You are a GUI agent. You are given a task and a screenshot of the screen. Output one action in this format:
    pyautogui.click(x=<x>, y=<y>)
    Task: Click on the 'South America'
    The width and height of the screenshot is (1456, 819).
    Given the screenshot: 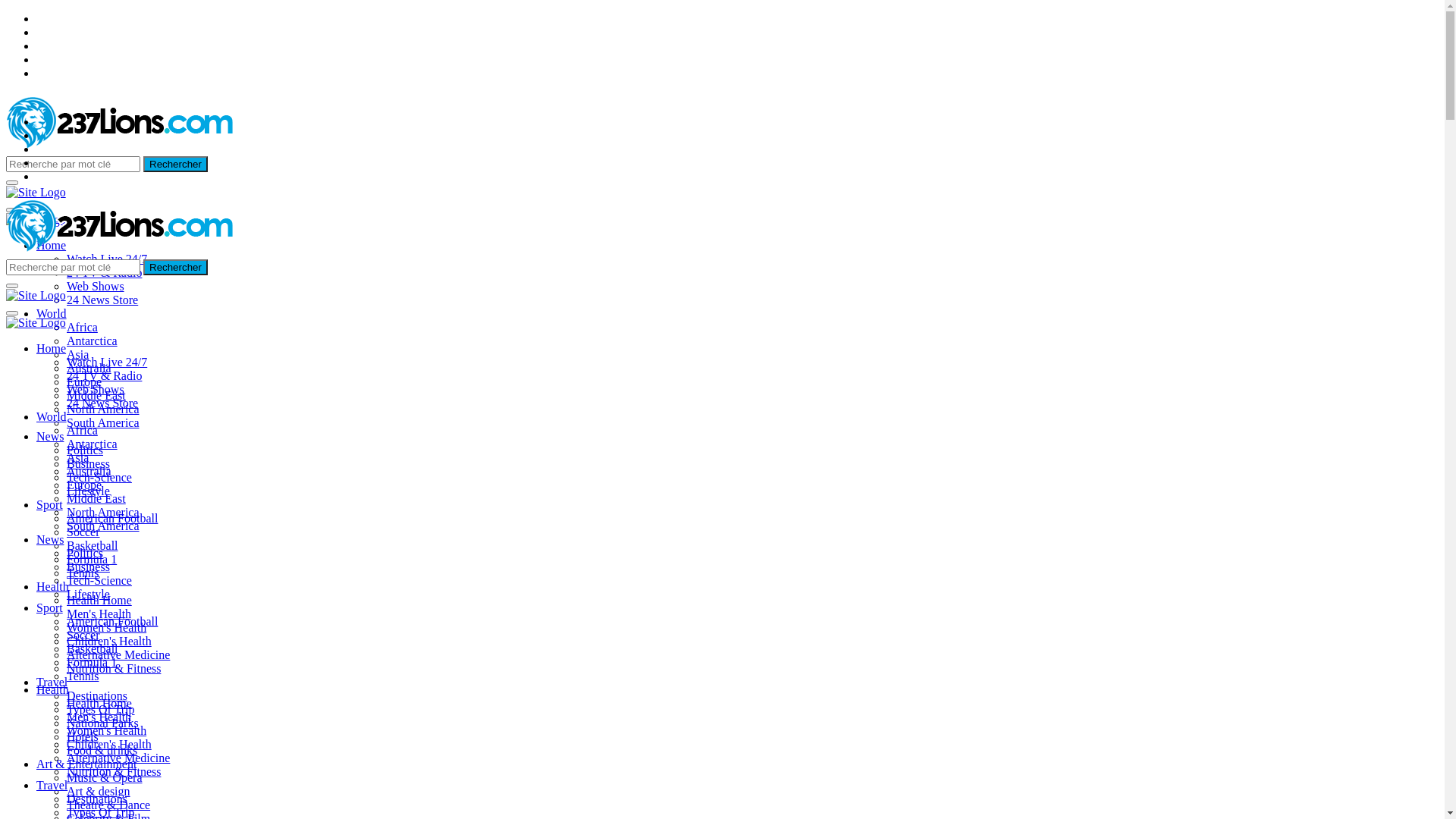 What is the action you would take?
    pyautogui.click(x=102, y=422)
    